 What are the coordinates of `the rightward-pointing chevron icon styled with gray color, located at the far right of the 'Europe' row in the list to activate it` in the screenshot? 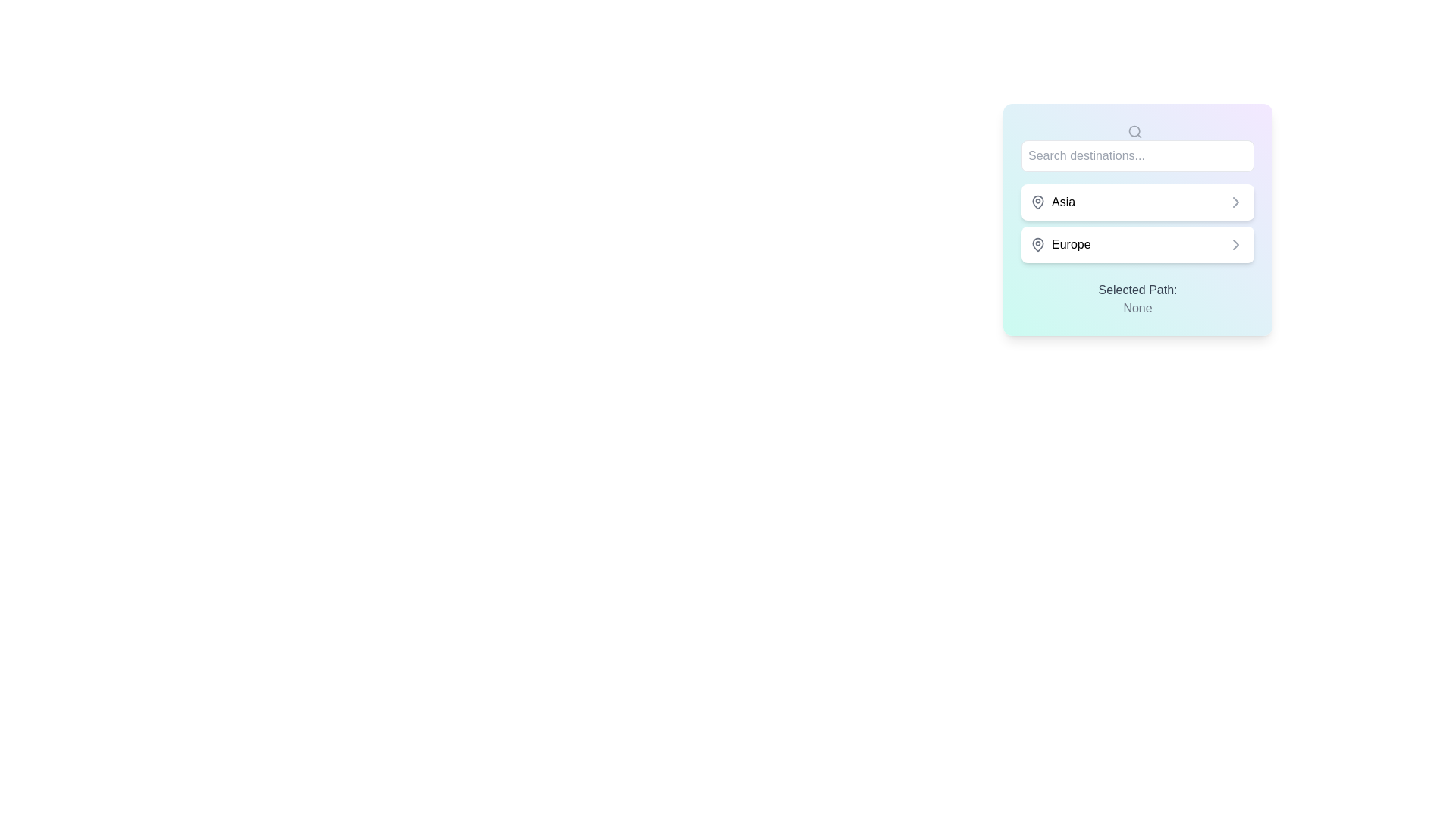 It's located at (1236, 244).